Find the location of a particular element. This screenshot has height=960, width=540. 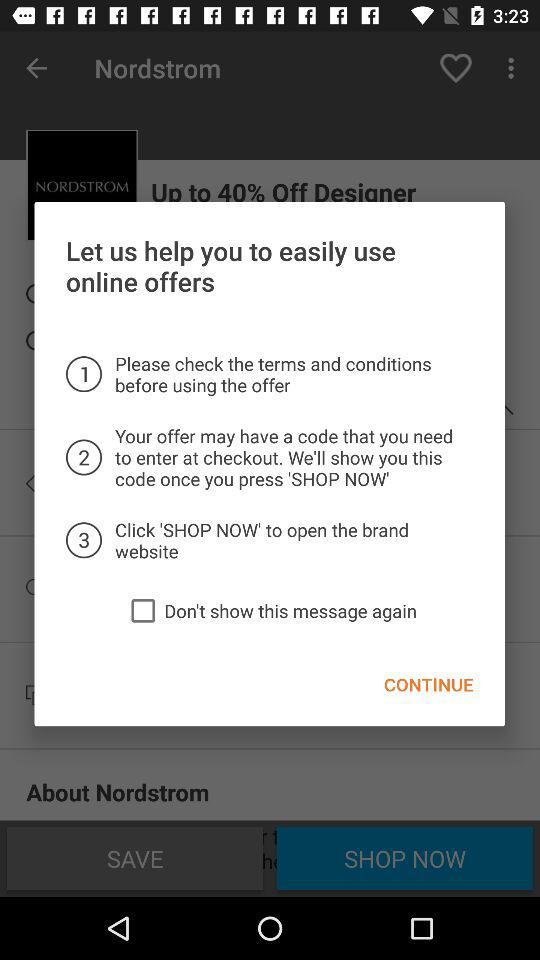

do n't show again toggle is located at coordinates (142, 609).